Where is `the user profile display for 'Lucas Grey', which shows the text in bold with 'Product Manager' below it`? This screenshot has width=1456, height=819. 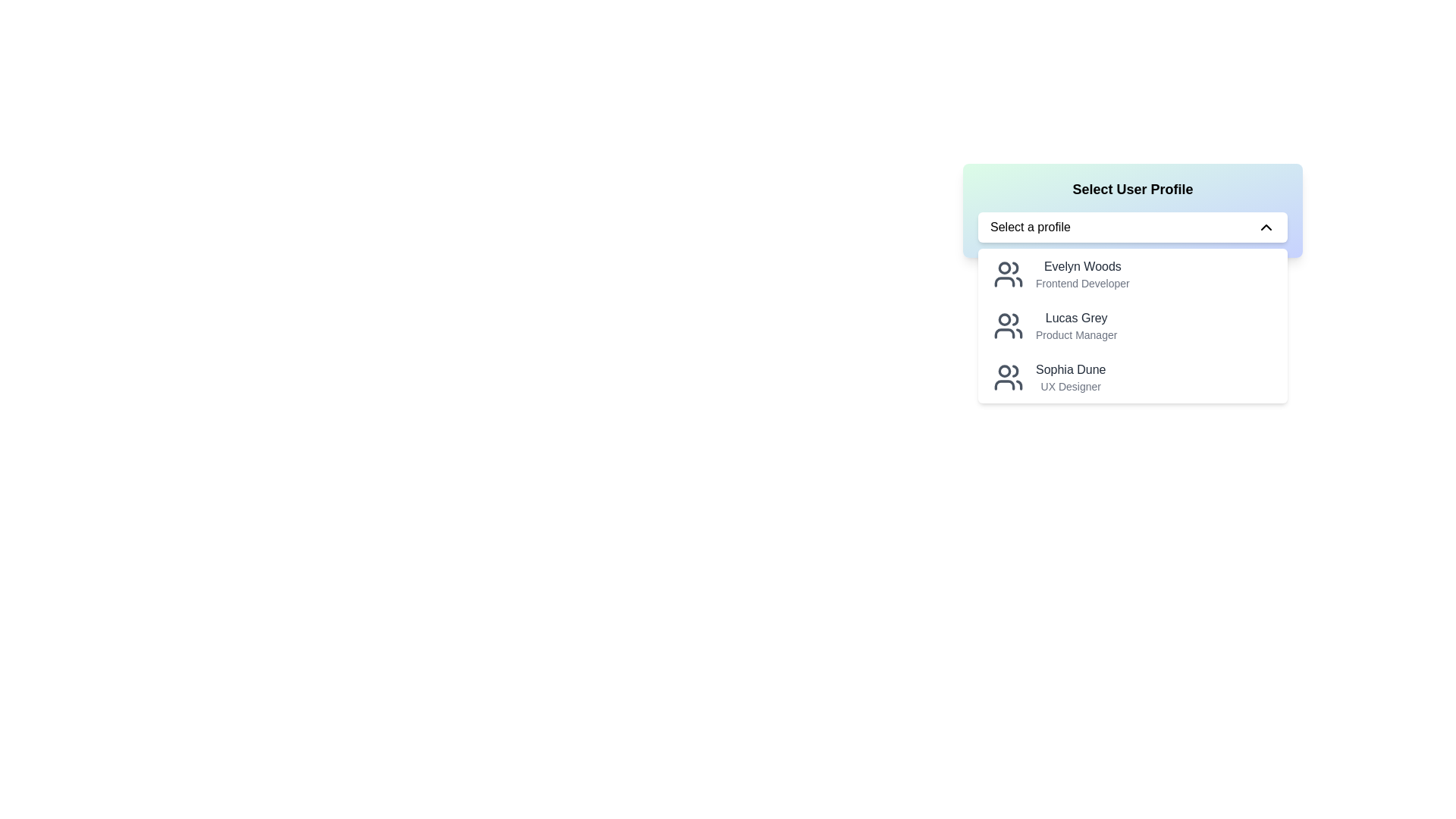 the user profile display for 'Lucas Grey', which shows the text in bold with 'Product Manager' below it is located at coordinates (1075, 325).